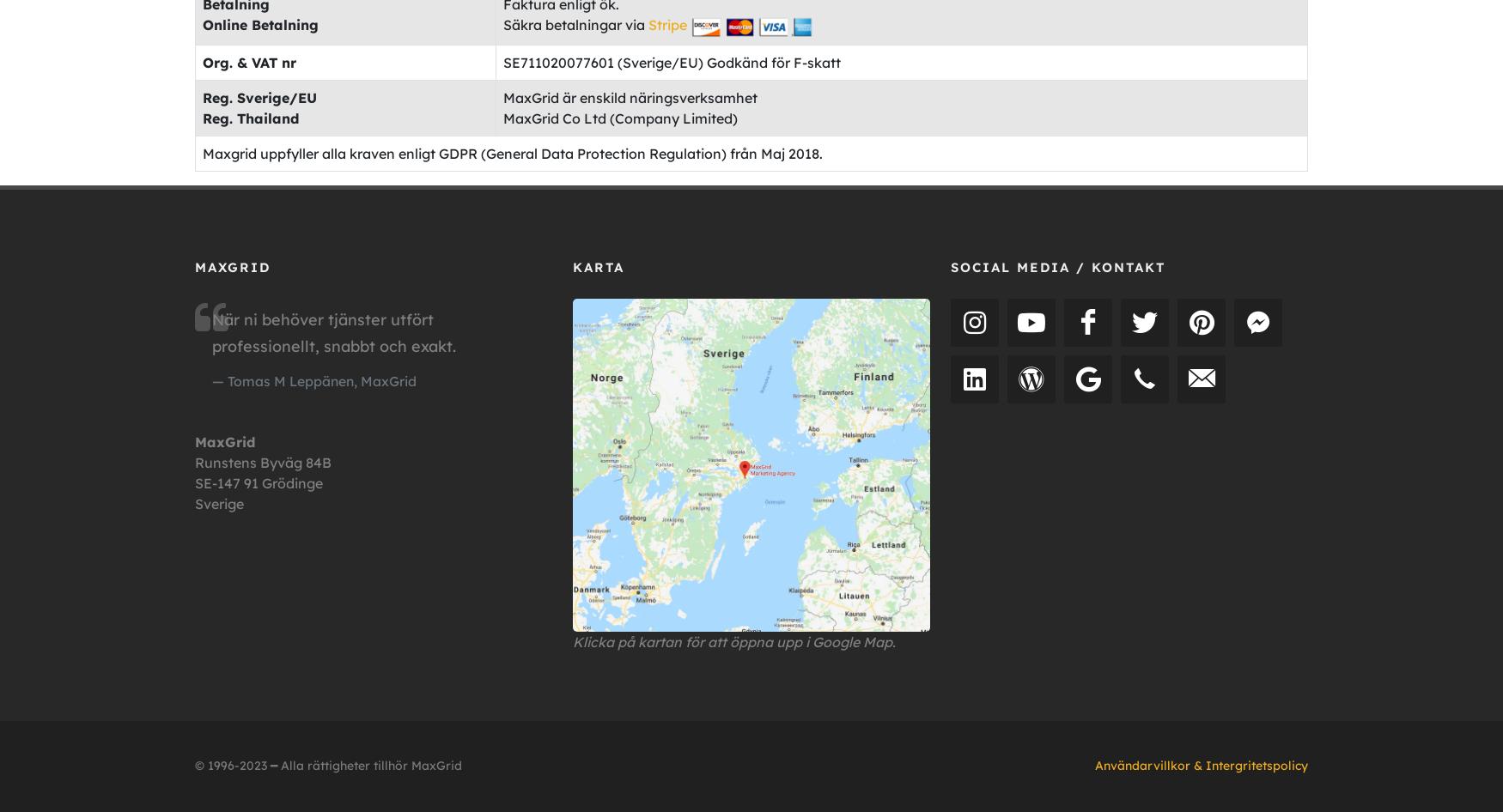 The image size is (1503, 812). What do you see at coordinates (253, 764) in the screenshot?
I see `'2023'` at bounding box center [253, 764].